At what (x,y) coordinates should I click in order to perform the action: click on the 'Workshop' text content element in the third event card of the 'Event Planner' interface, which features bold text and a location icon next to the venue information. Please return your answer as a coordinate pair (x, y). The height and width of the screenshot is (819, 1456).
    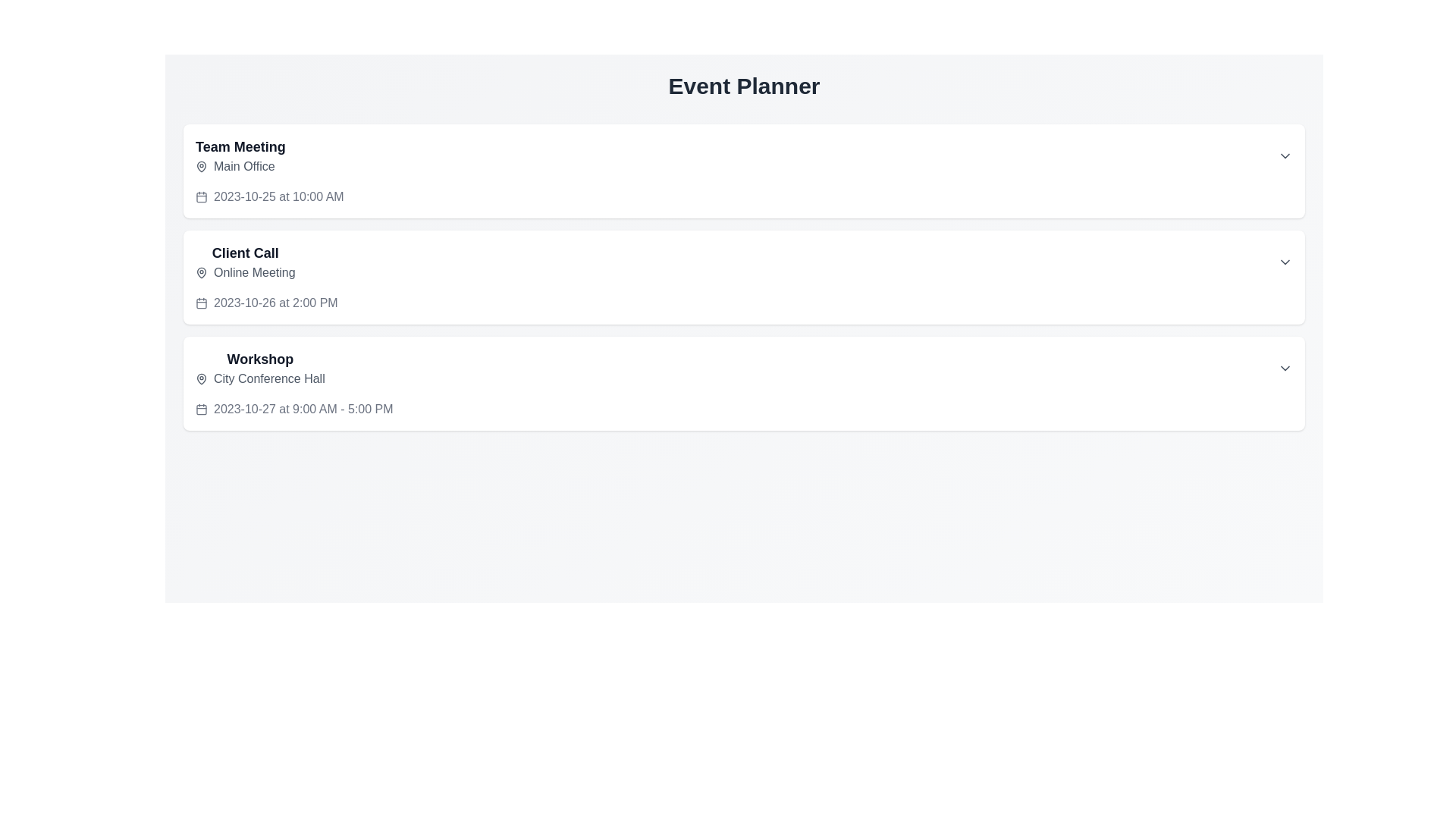
    Looking at the image, I should click on (260, 369).